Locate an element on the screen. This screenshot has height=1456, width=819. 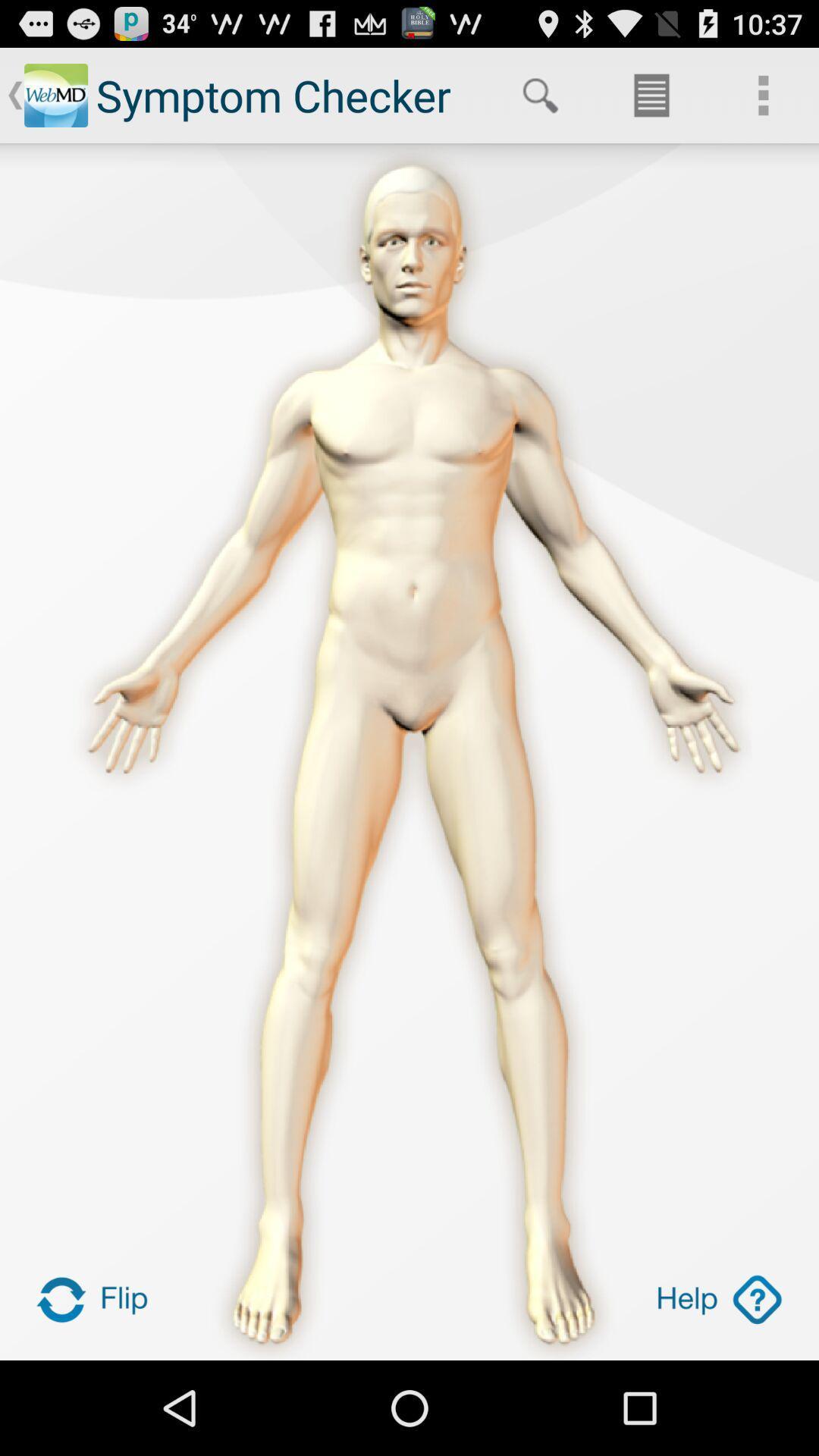
turns the image around is located at coordinates (99, 1298).